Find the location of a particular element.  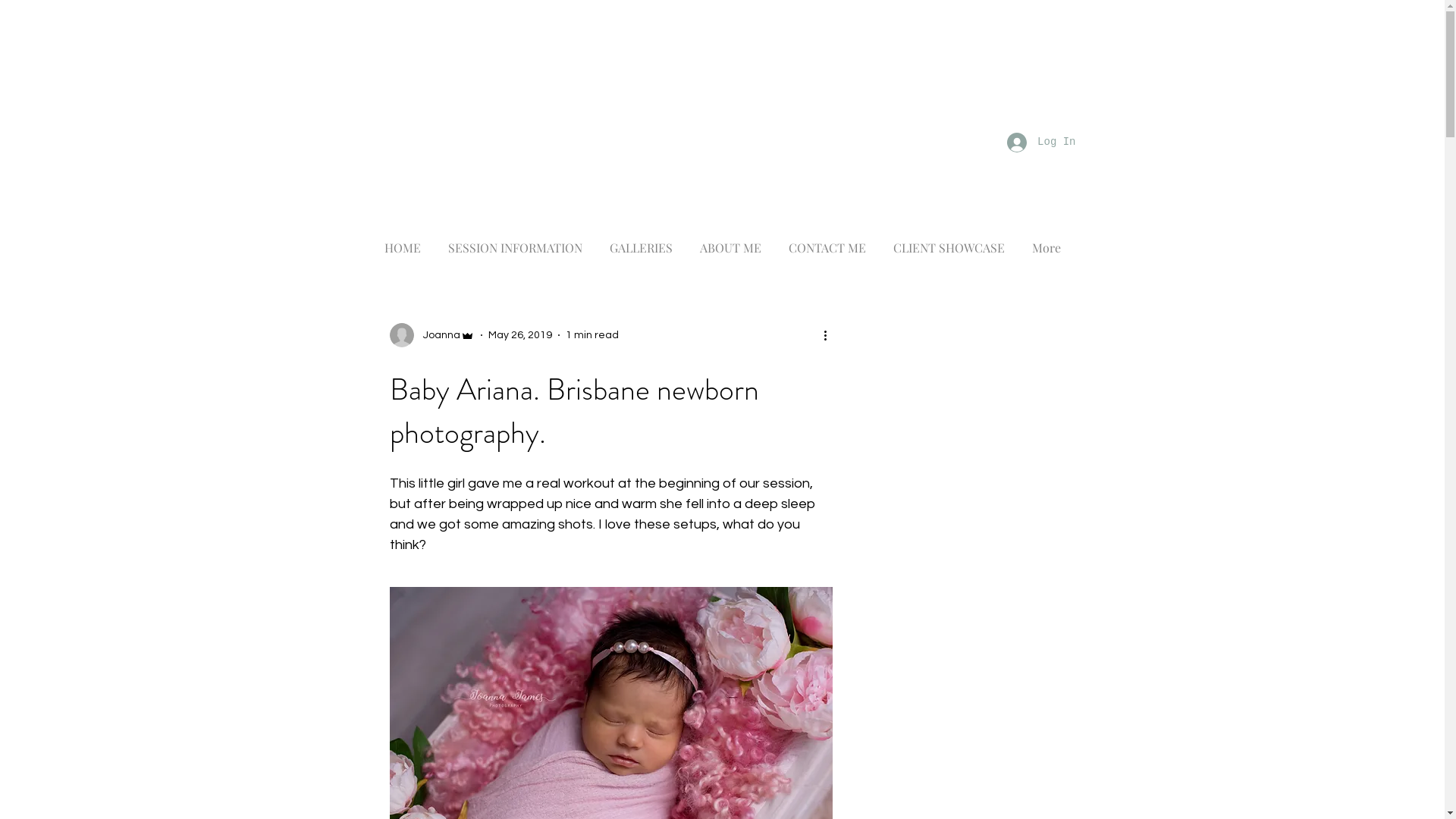

'GALLERIES' is located at coordinates (641, 251).